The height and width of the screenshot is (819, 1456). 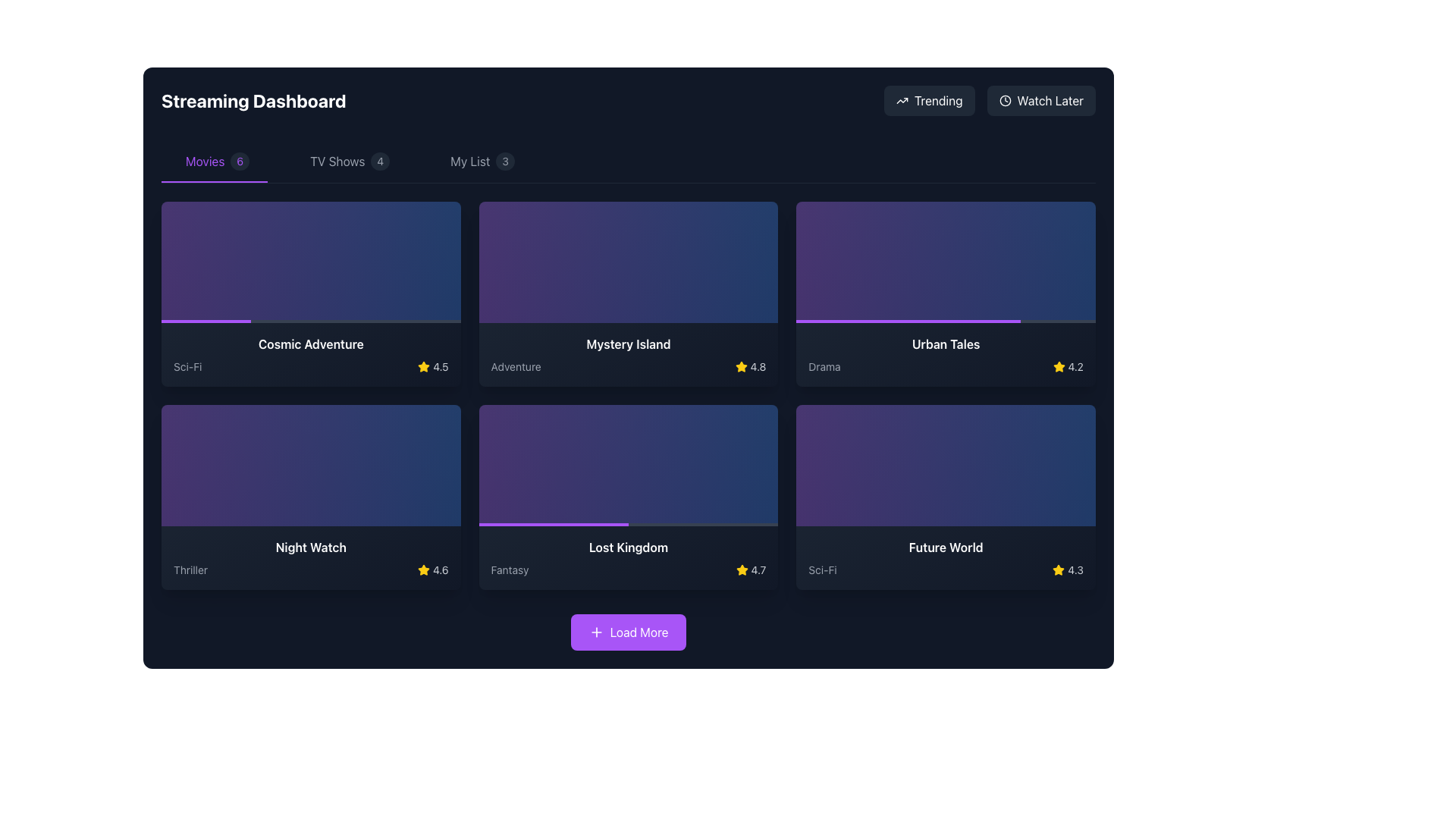 What do you see at coordinates (204, 161) in the screenshot?
I see `the 'Movies' text label in the navigation bar` at bounding box center [204, 161].